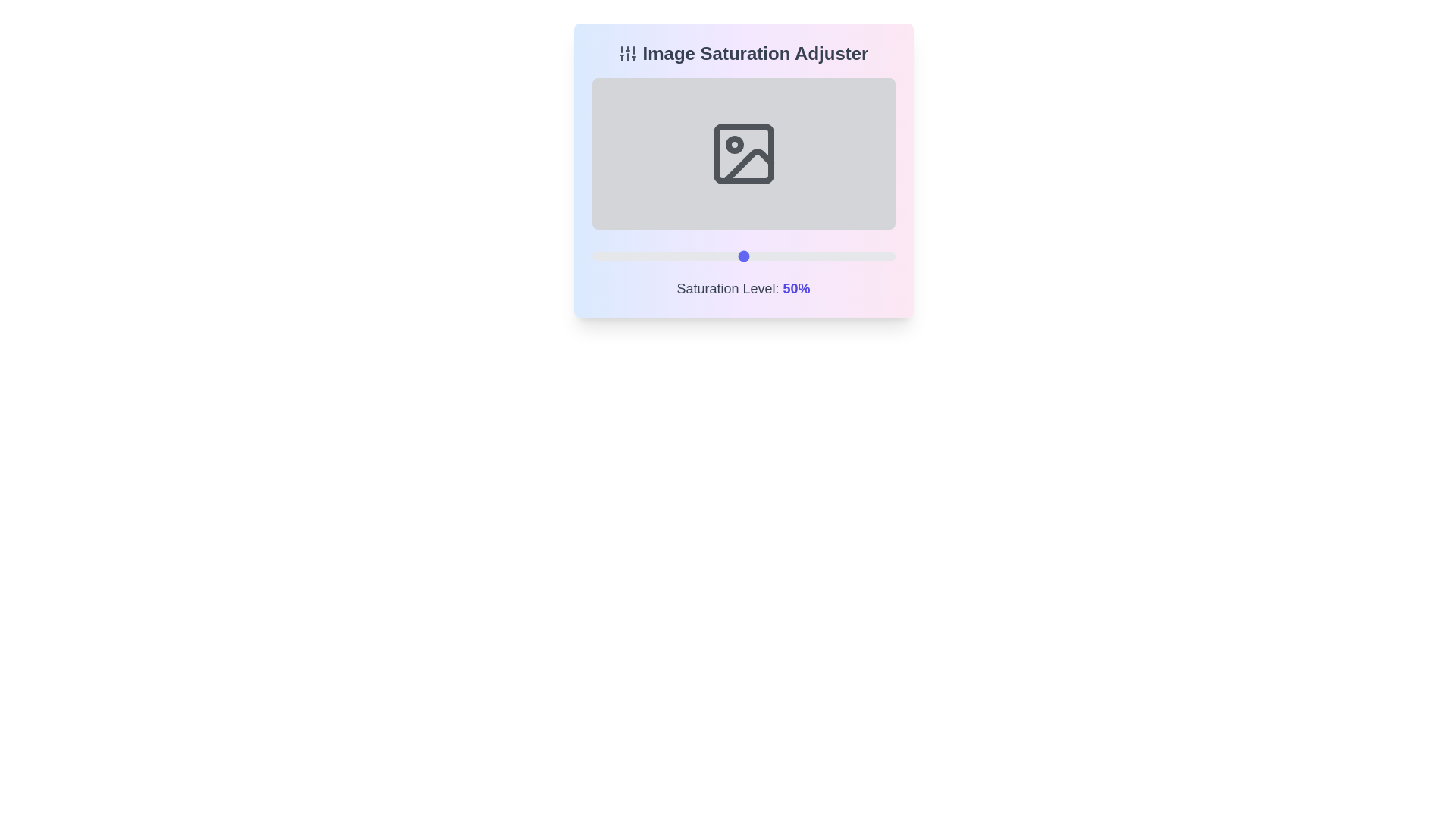  I want to click on the saturation level to 99% by interacting with the slider, so click(892, 256).